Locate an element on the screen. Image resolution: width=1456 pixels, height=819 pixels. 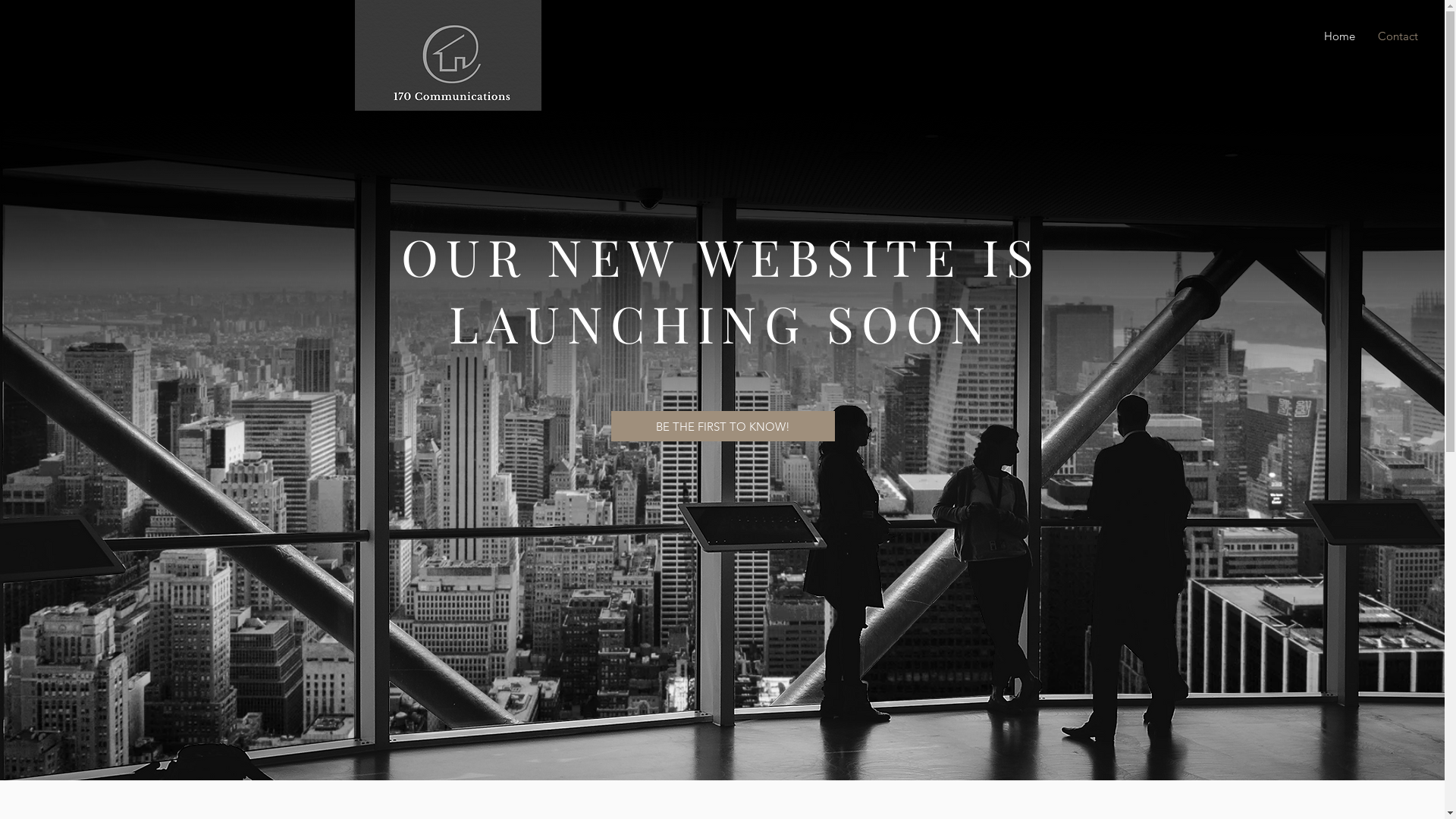
'Home' is located at coordinates (1335, 35).